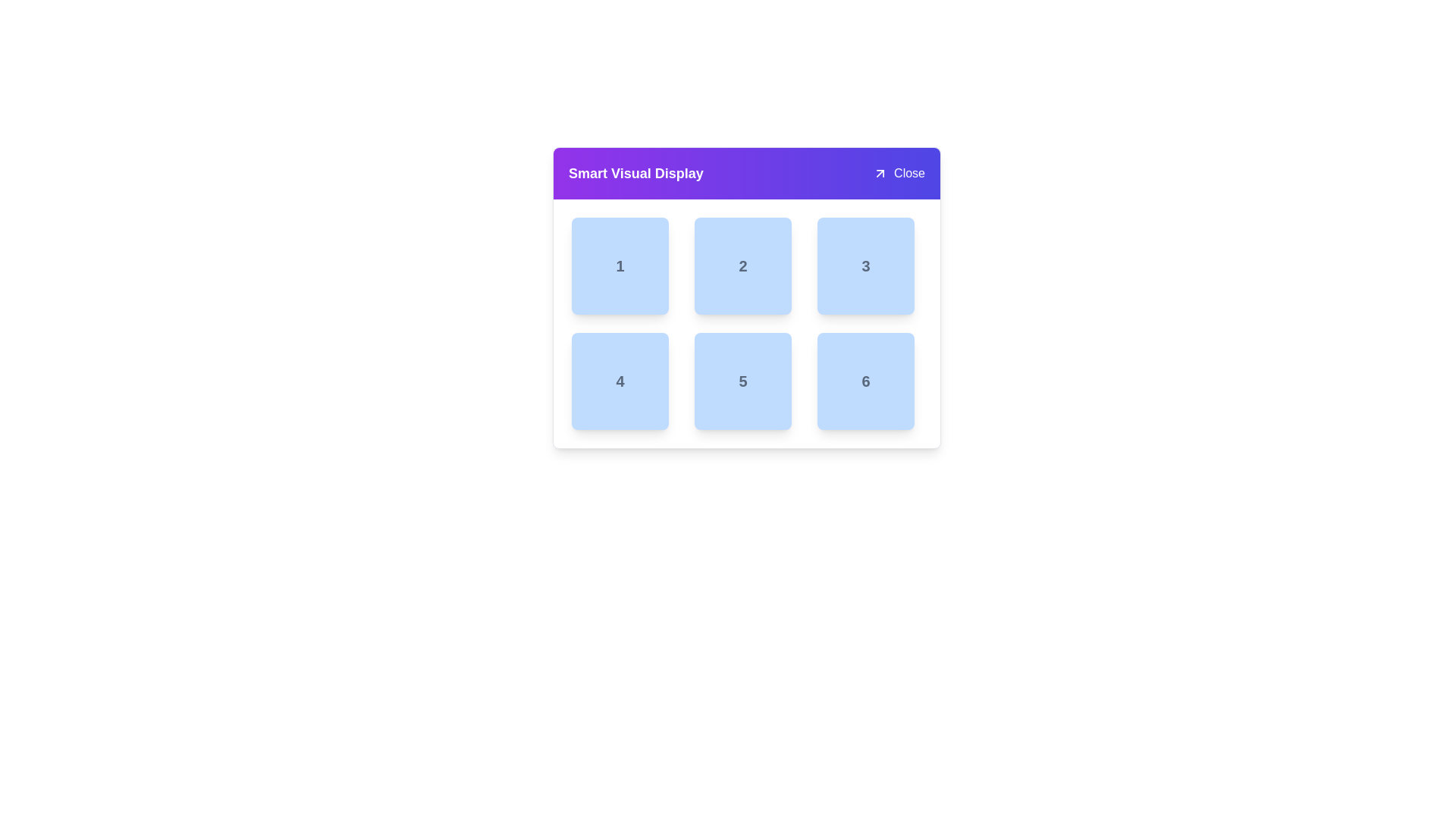  What do you see at coordinates (742, 265) in the screenshot?
I see `the Label or Display Box that displays the number '2', which is the second item in the first row of a 3-column grid layout` at bounding box center [742, 265].